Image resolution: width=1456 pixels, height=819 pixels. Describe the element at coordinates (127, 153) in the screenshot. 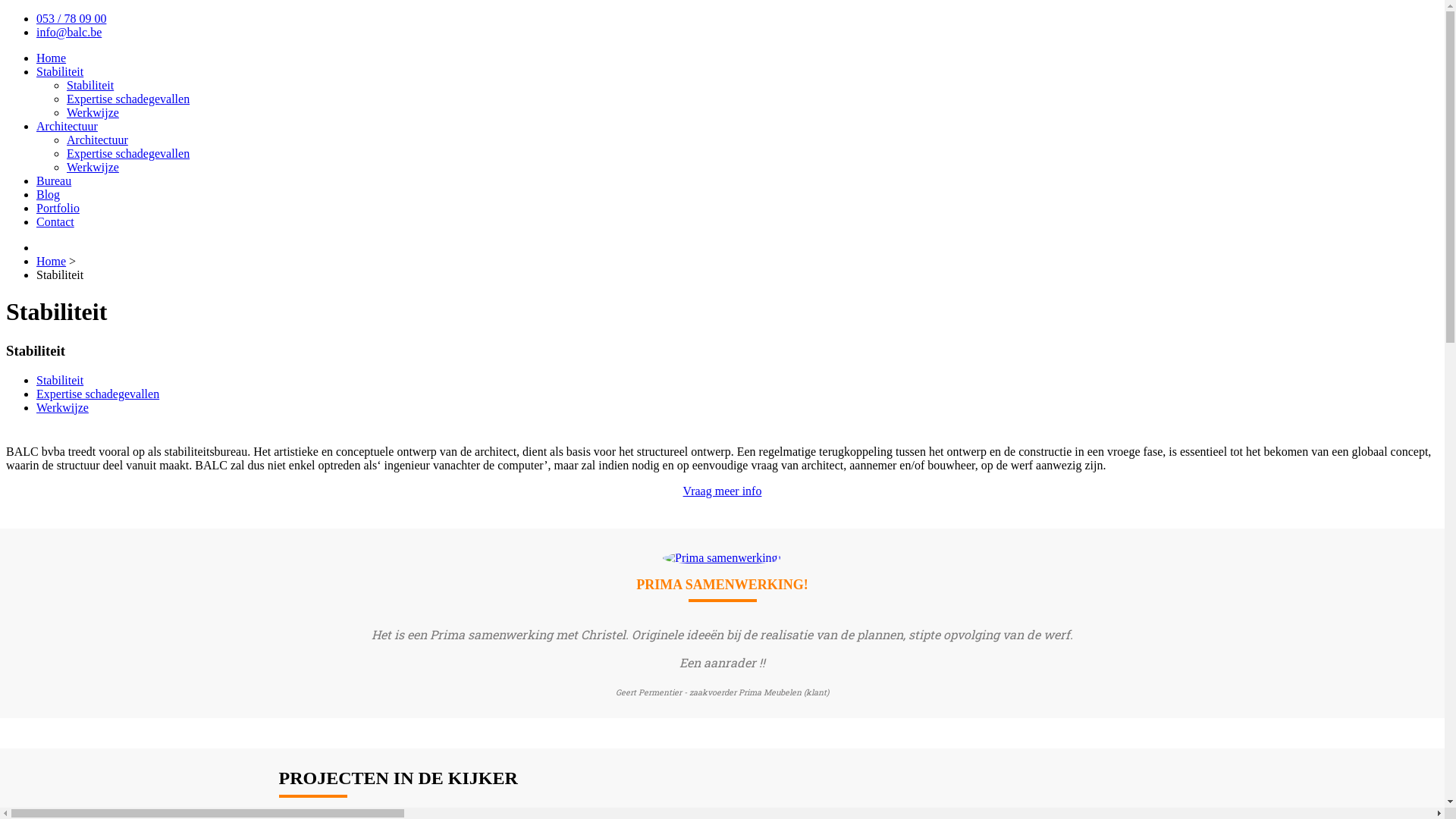

I see `'Expertise schadegevallen'` at that location.